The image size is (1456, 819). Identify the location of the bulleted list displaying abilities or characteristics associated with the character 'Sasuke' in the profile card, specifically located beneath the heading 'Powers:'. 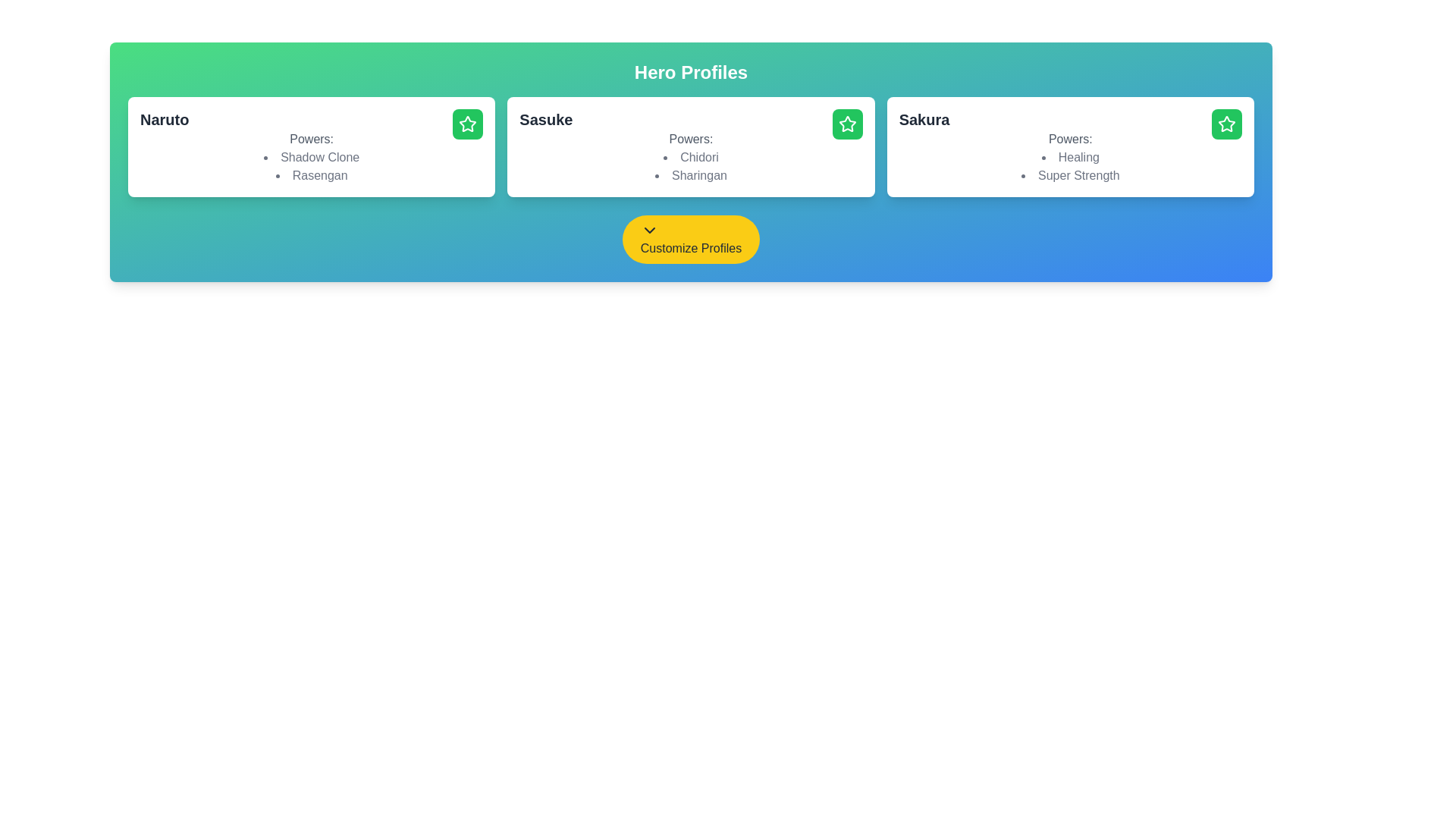
(690, 166).